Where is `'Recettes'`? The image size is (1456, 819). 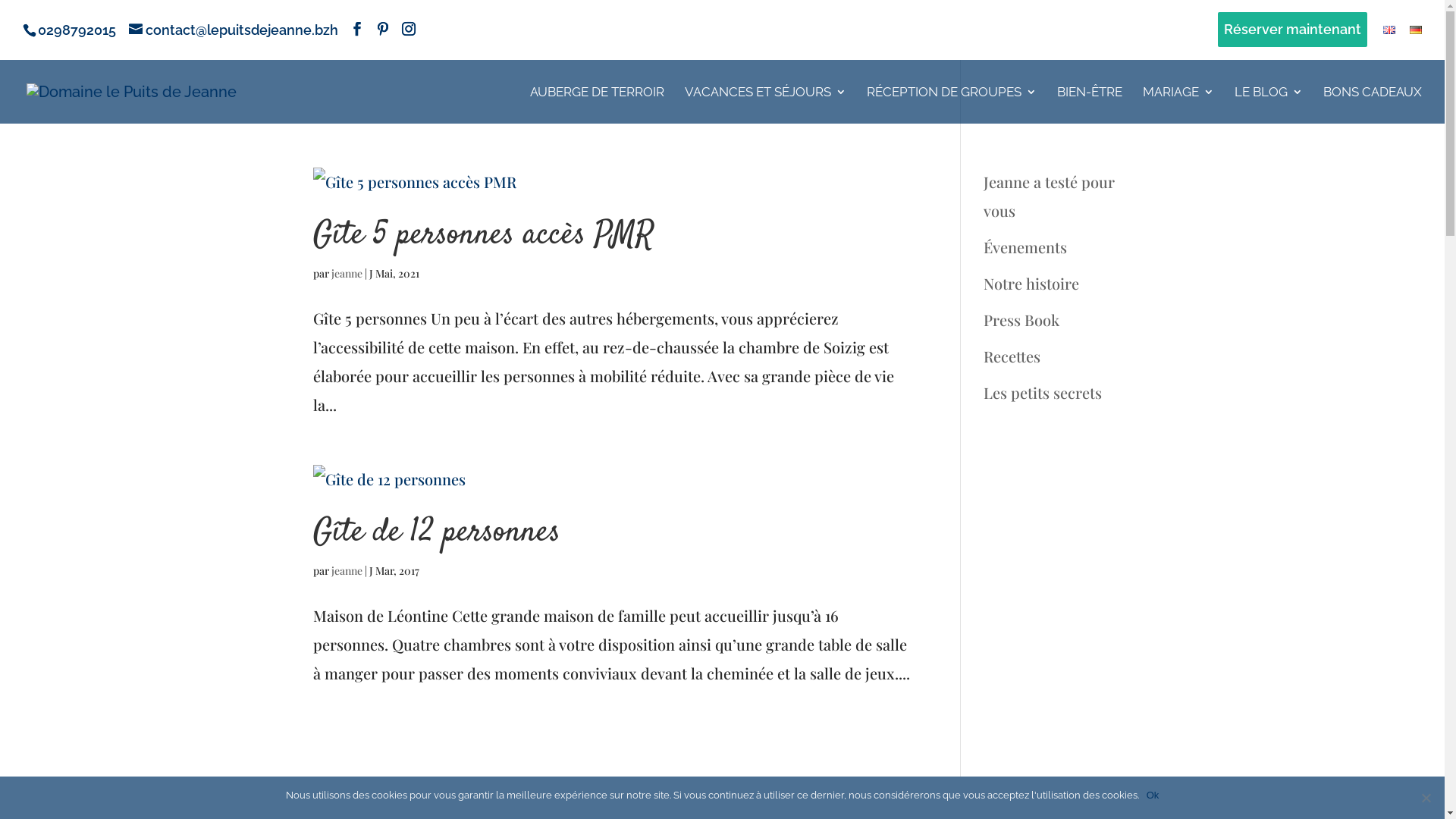
'Recettes' is located at coordinates (1012, 356).